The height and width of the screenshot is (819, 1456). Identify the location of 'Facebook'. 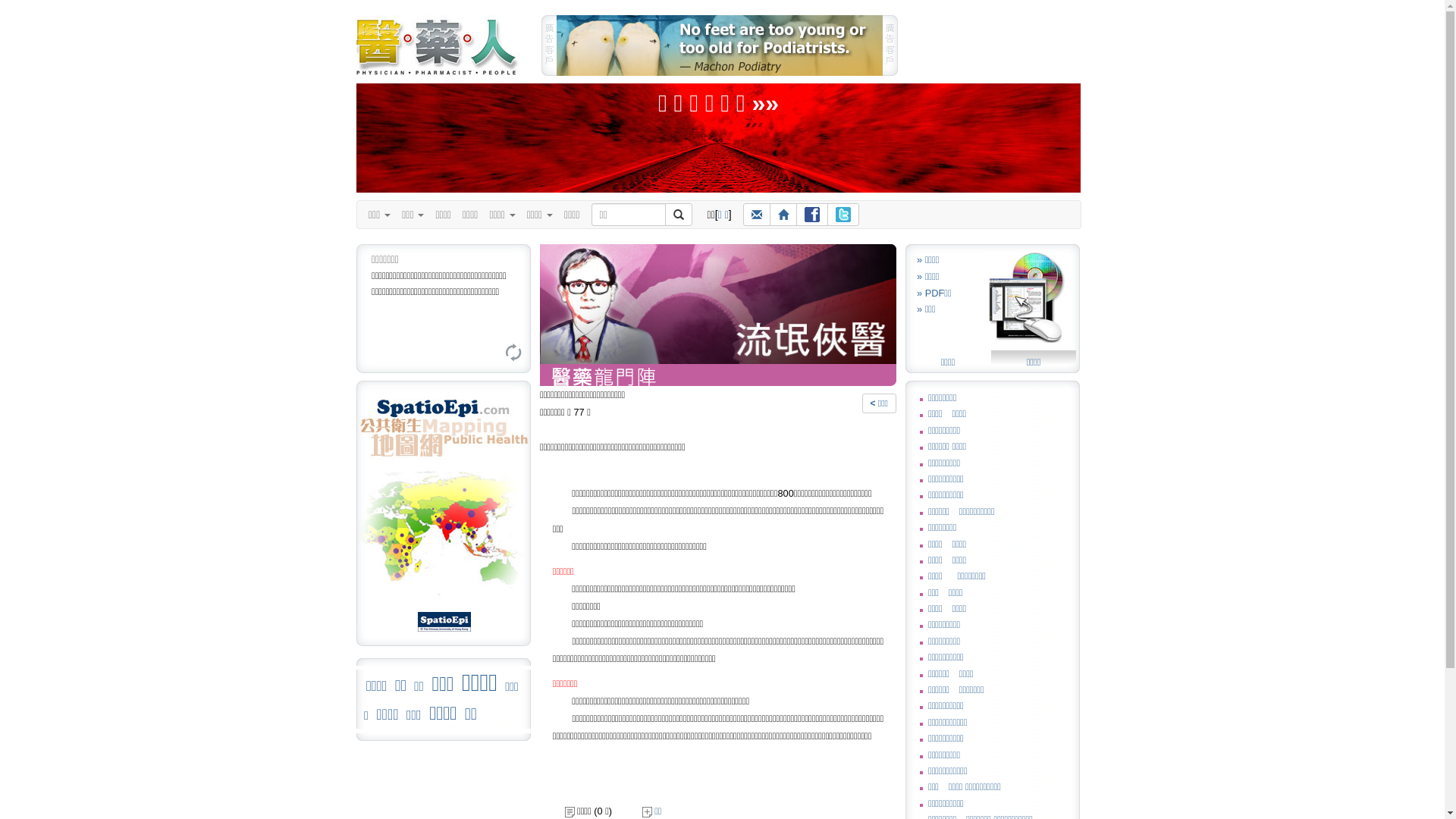
(795, 214).